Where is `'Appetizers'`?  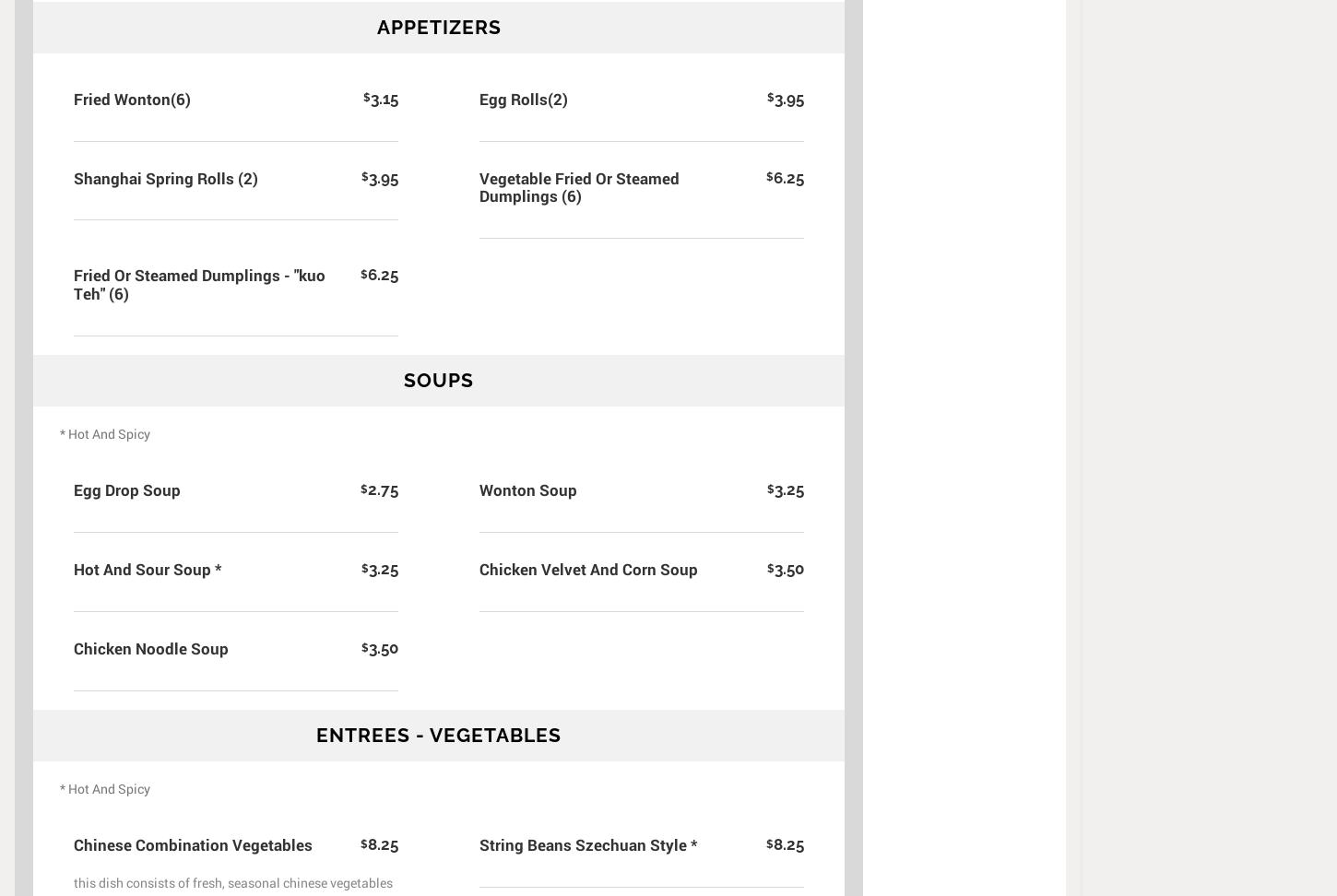 'Appetizers' is located at coordinates (437, 26).